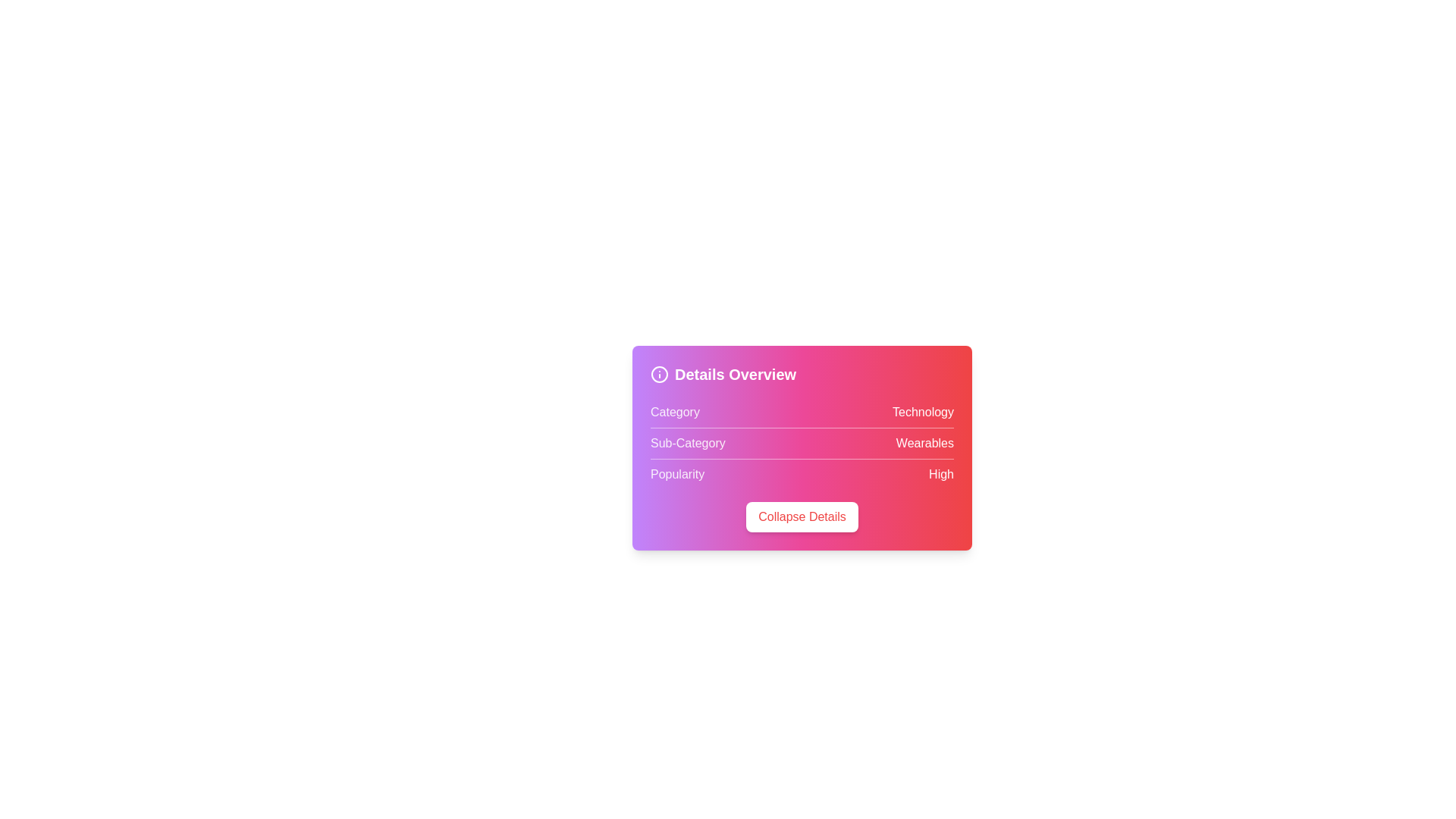  What do you see at coordinates (924, 444) in the screenshot?
I see `the static text label displaying 'Wearables', which indicates the current sub-category in the 'Details Overview' section` at bounding box center [924, 444].